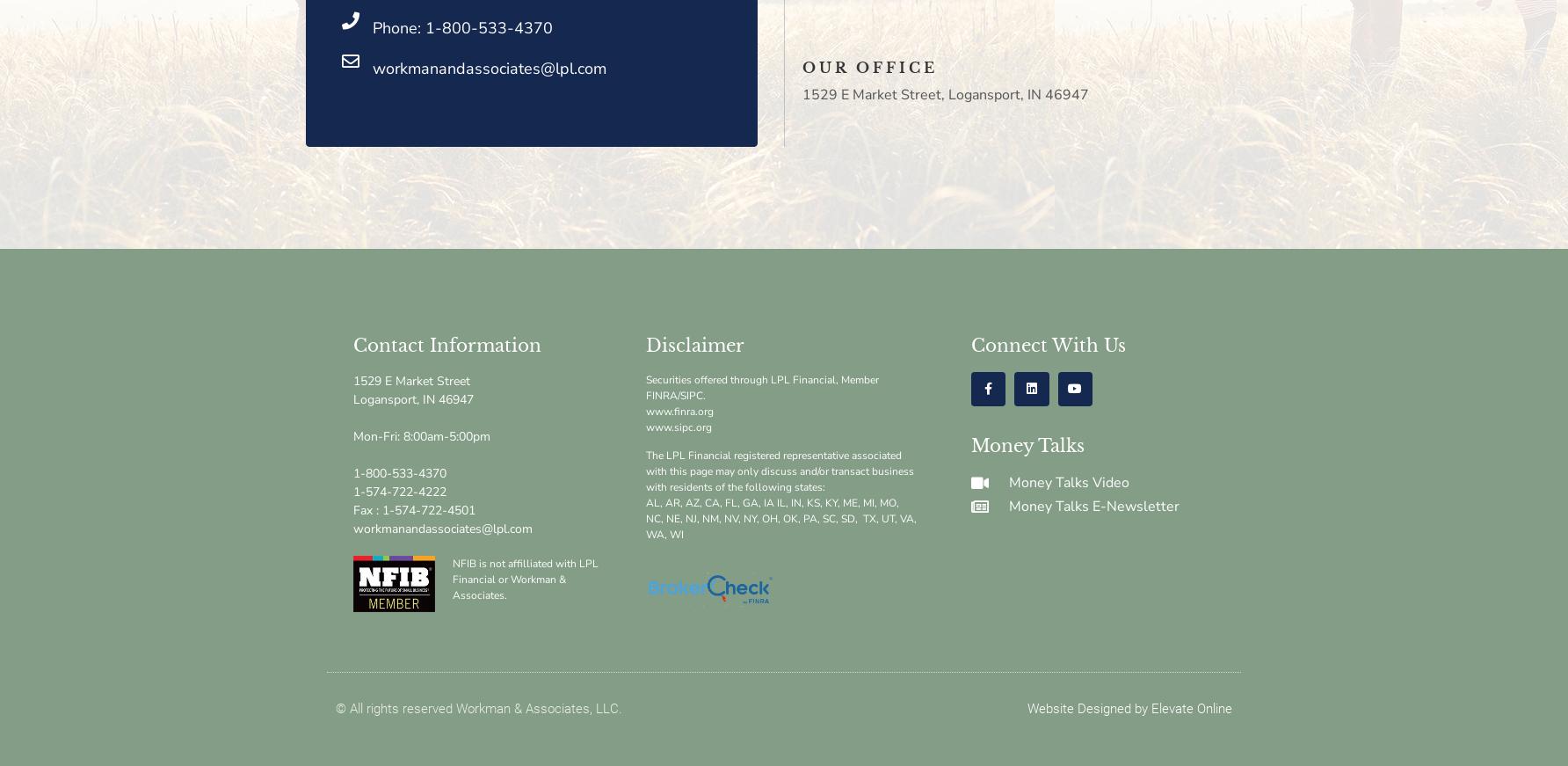 Image resolution: width=1568 pixels, height=766 pixels. Describe the element at coordinates (413, 398) in the screenshot. I see `'Logansport, IN 46947'` at that location.